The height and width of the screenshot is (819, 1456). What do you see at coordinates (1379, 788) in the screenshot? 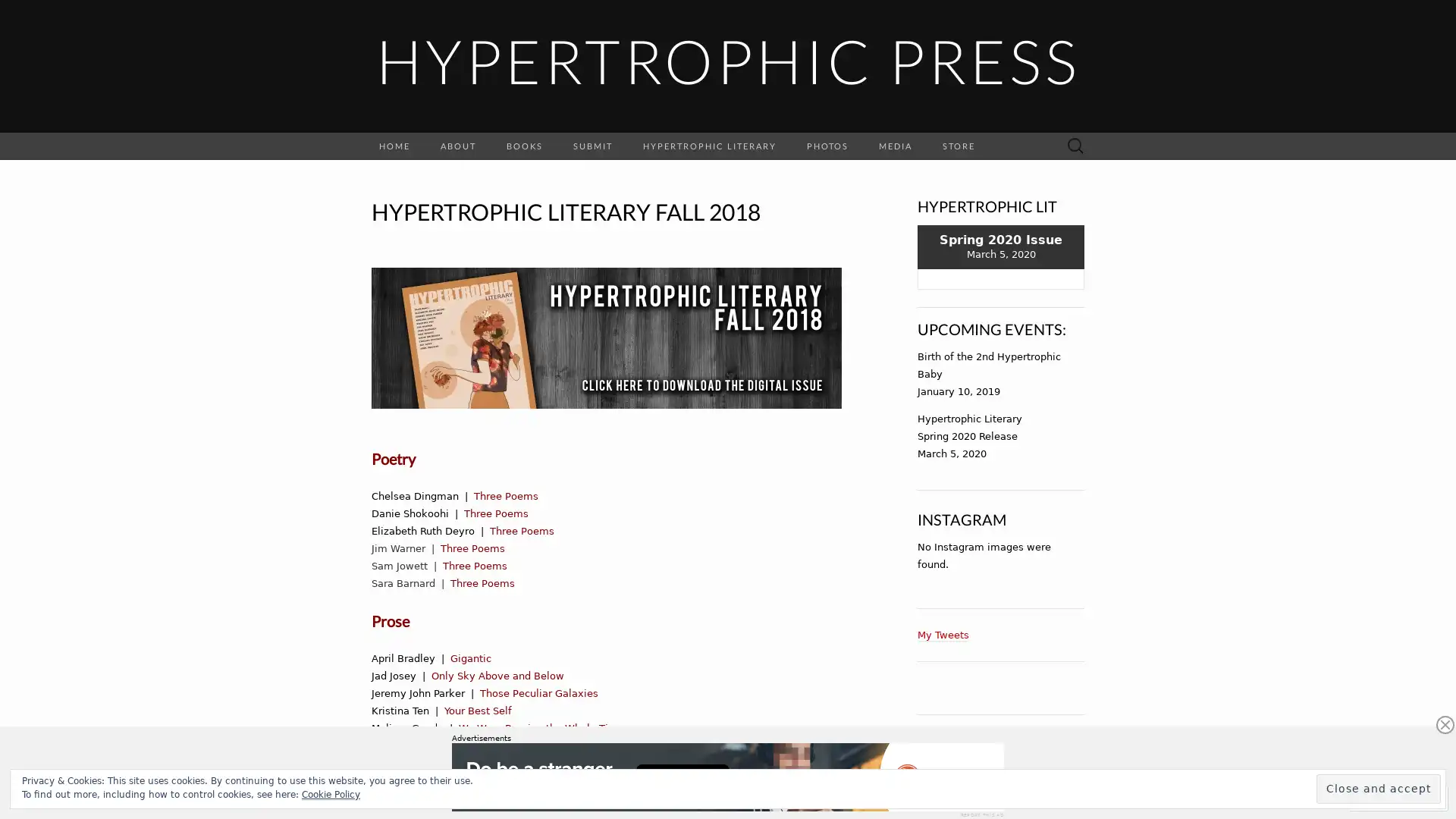
I see `Close and accept` at bounding box center [1379, 788].